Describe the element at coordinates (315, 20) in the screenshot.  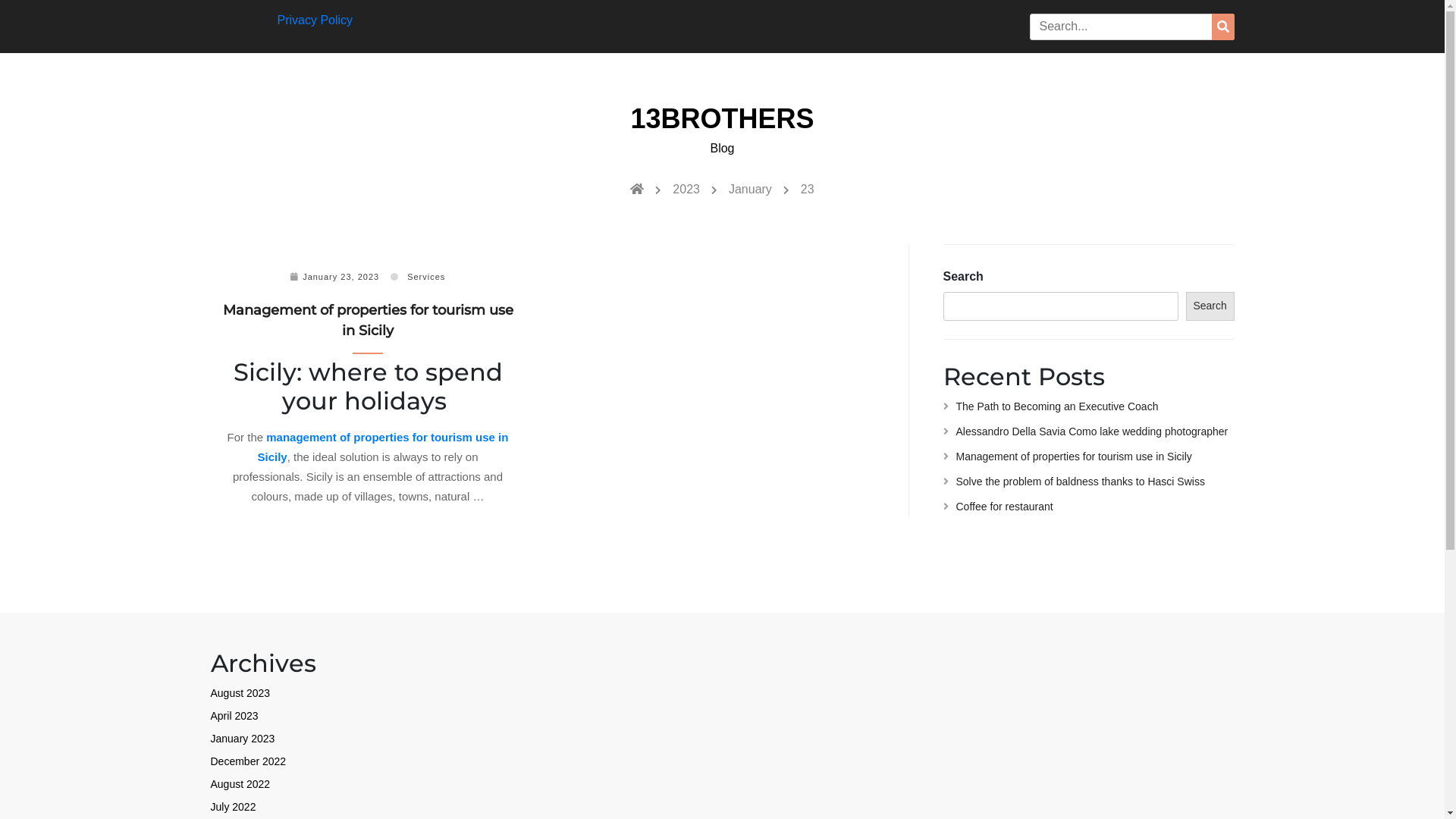
I see `'Privacy Policy'` at that location.